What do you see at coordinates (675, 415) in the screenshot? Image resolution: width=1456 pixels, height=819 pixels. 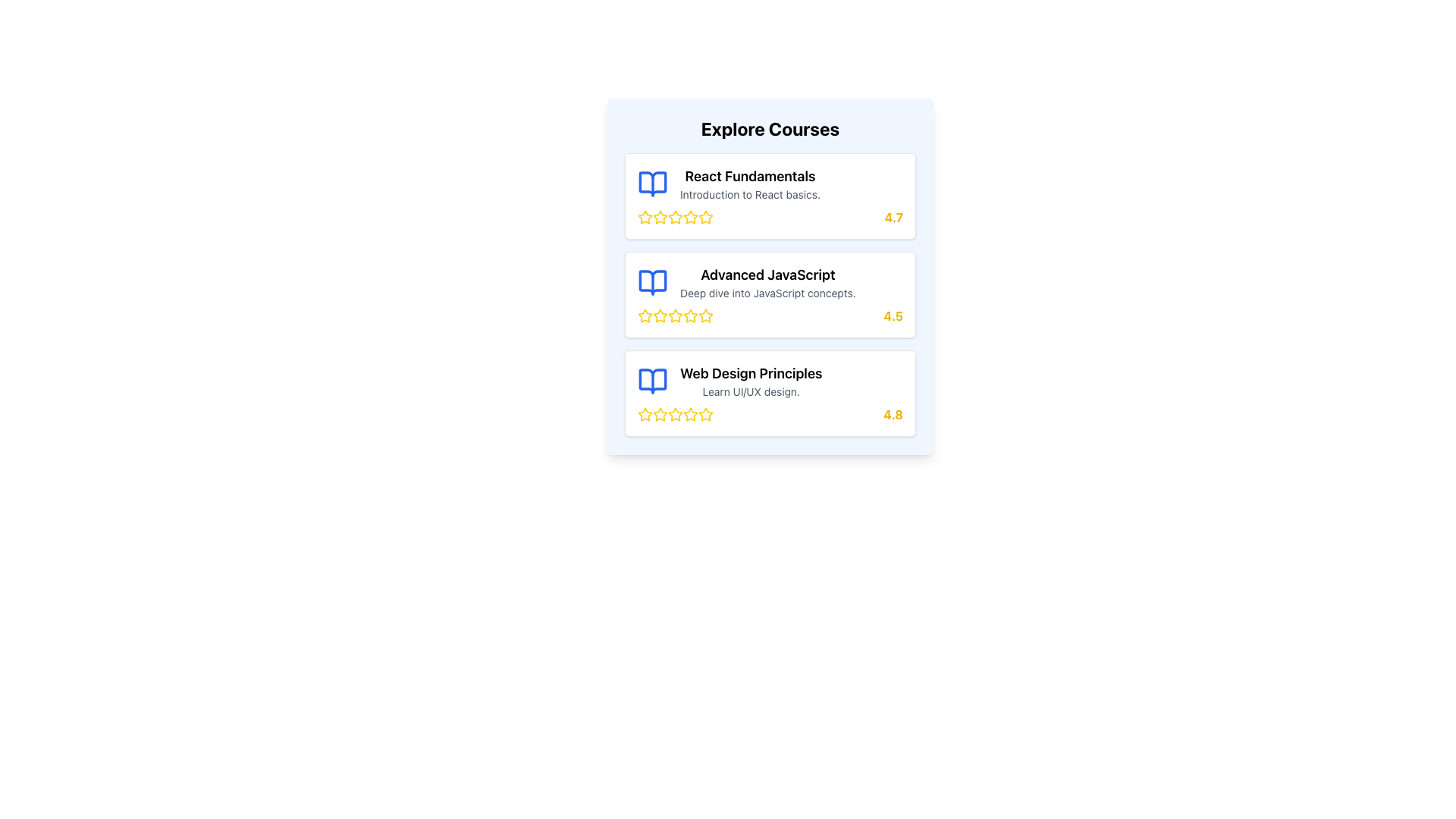 I see `the sixth star icon in the rating system for the 'Web Design Principles' course, which is visually used to depict a rating of 4.8` at bounding box center [675, 415].